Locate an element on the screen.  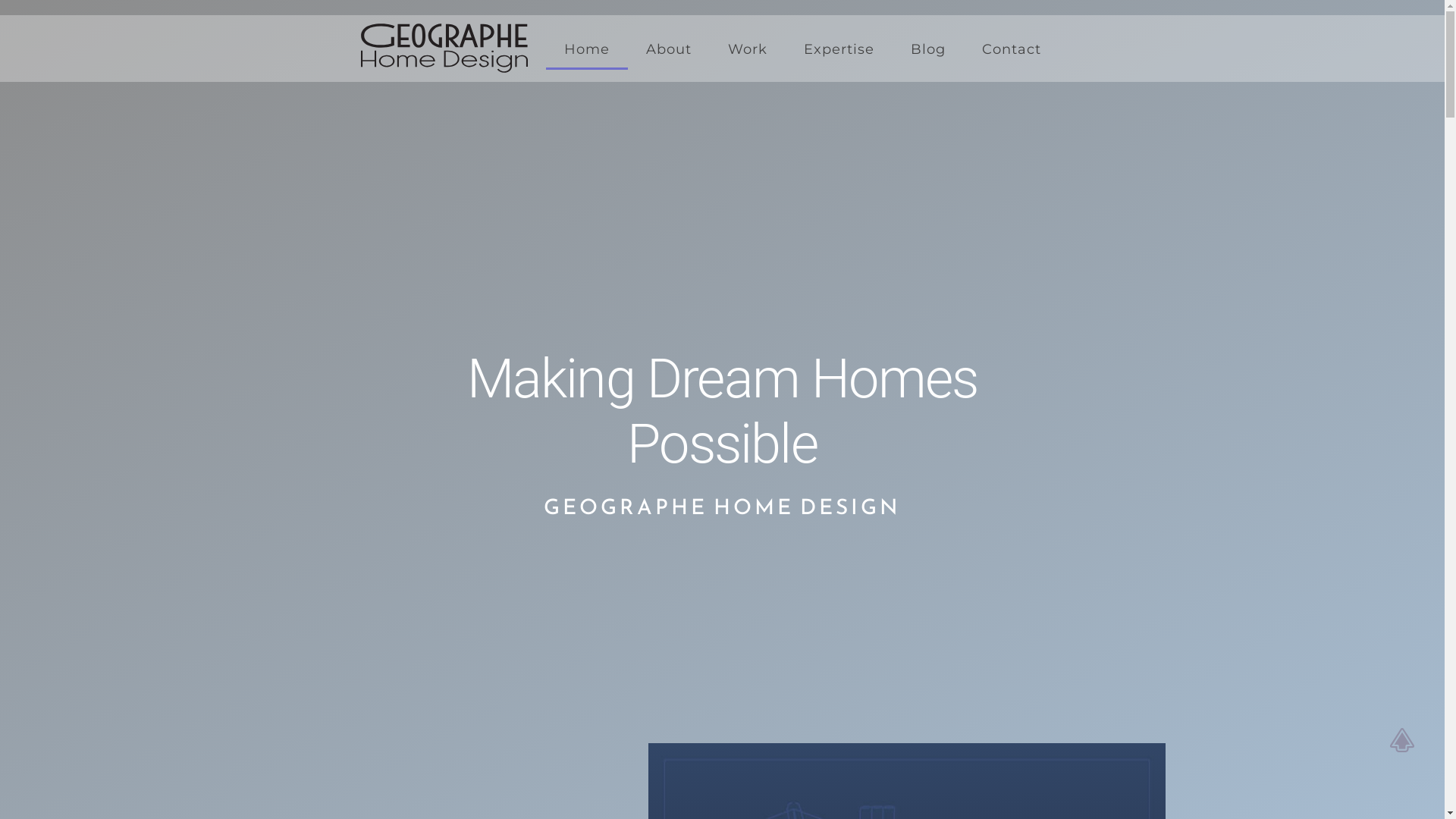
'Work' is located at coordinates (747, 49).